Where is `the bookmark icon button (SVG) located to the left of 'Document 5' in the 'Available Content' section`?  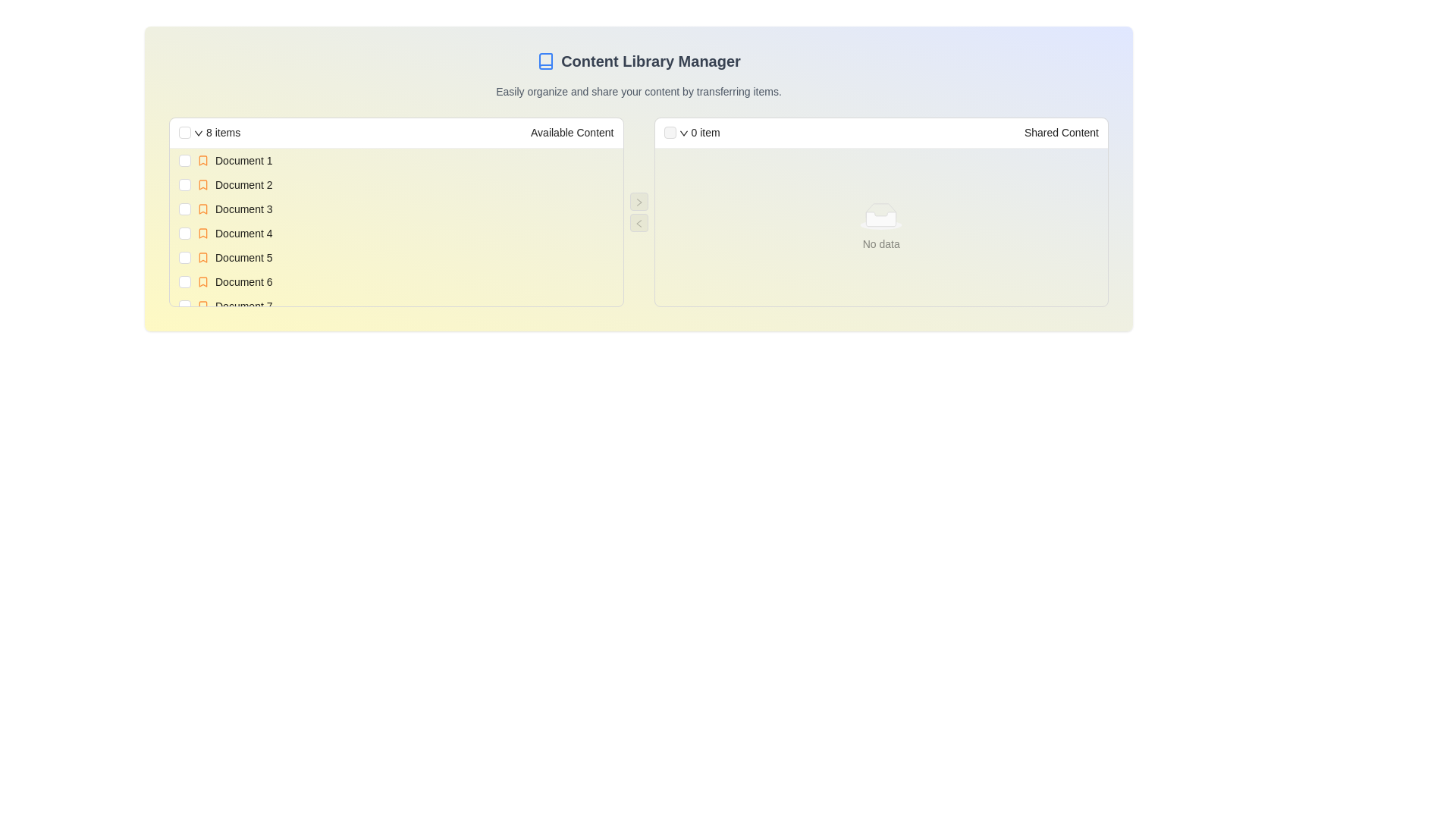
the bookmark icon button (SVG) located to the left of 'Document 5' in the 'Available Content' section is located at coordinates (202, 256).